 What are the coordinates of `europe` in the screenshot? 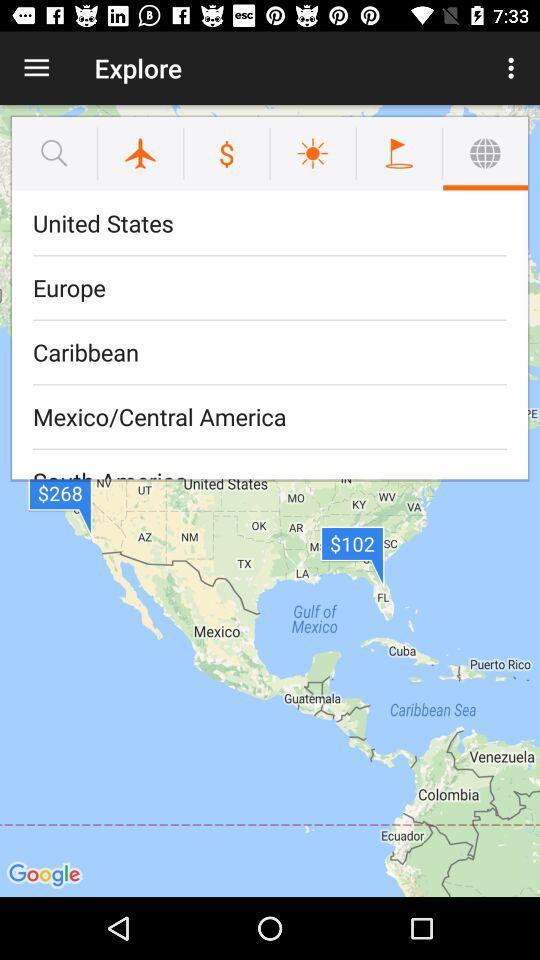 It's located at (270, 287).